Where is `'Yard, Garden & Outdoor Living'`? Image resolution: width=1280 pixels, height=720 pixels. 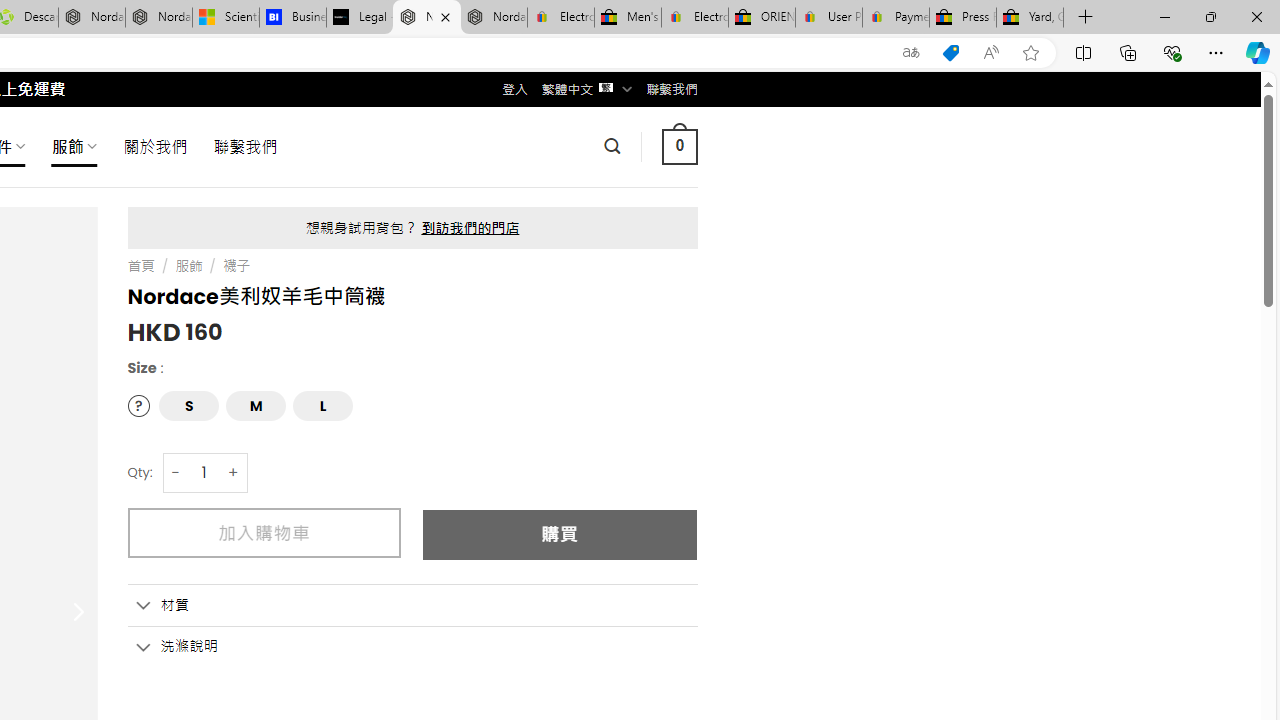 'Yard, Garden & Outdoor Living' is located at coordinates (1030, 17).